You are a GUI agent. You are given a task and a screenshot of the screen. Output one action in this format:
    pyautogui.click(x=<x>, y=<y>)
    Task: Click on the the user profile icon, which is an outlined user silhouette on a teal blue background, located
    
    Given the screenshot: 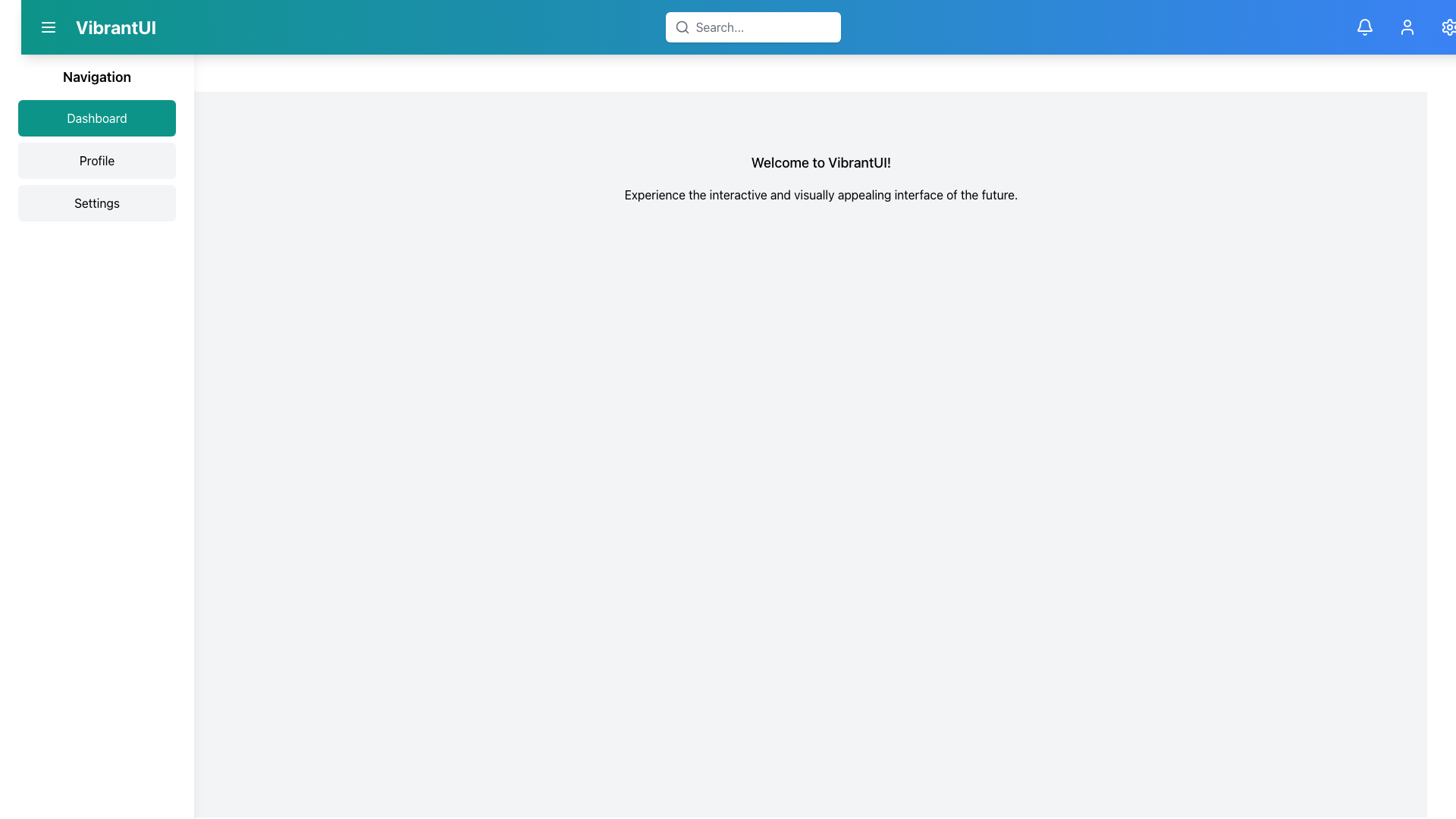 What is the action you would take?
    pyautogui.click(x=1407, y=27)
    